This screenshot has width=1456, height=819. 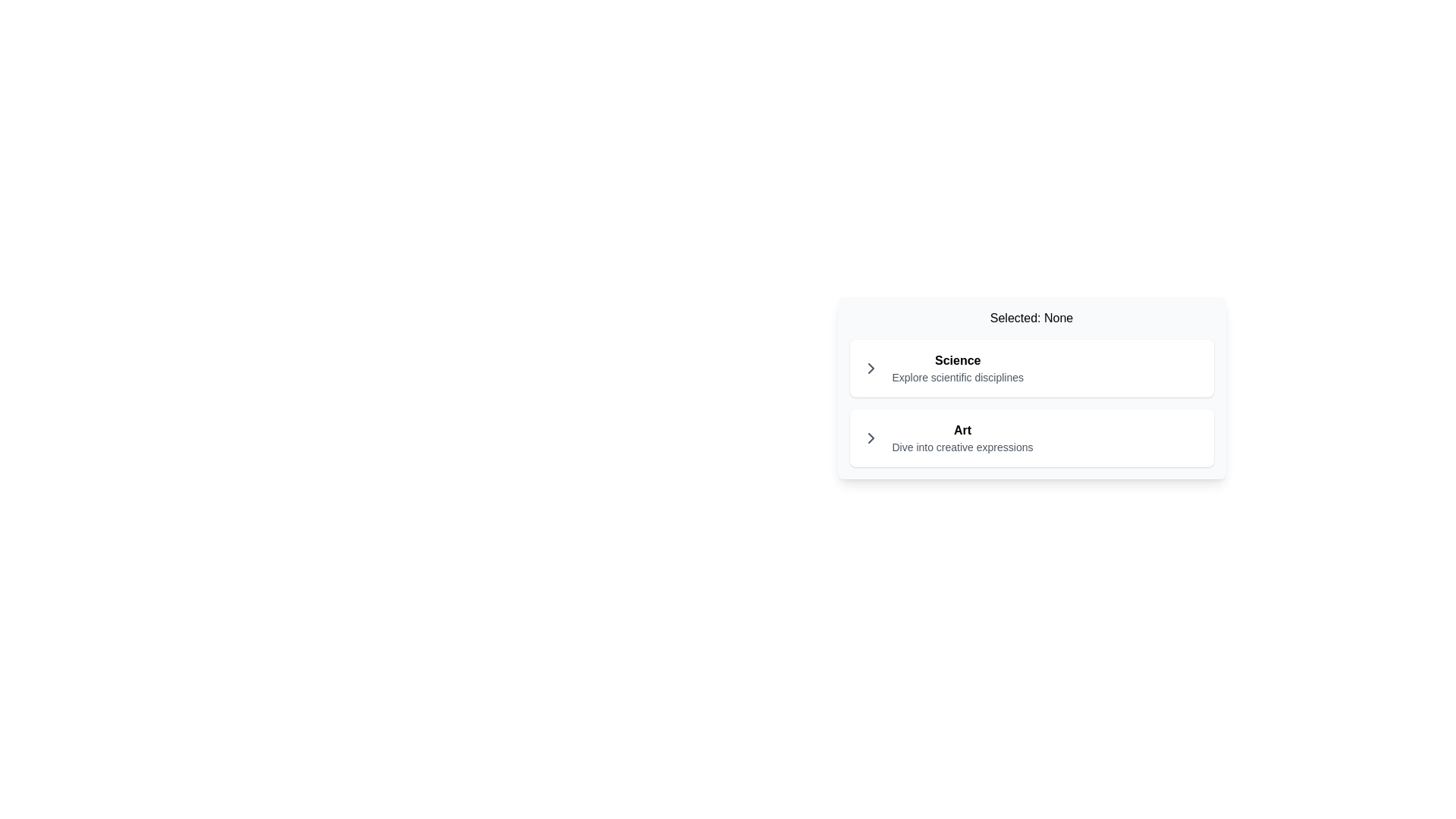 What do you see at coordinates (962, 447) in the screenshot?
I see `the descriptive text element providing context for the 'Art' category` at bounding box center [962, 447].